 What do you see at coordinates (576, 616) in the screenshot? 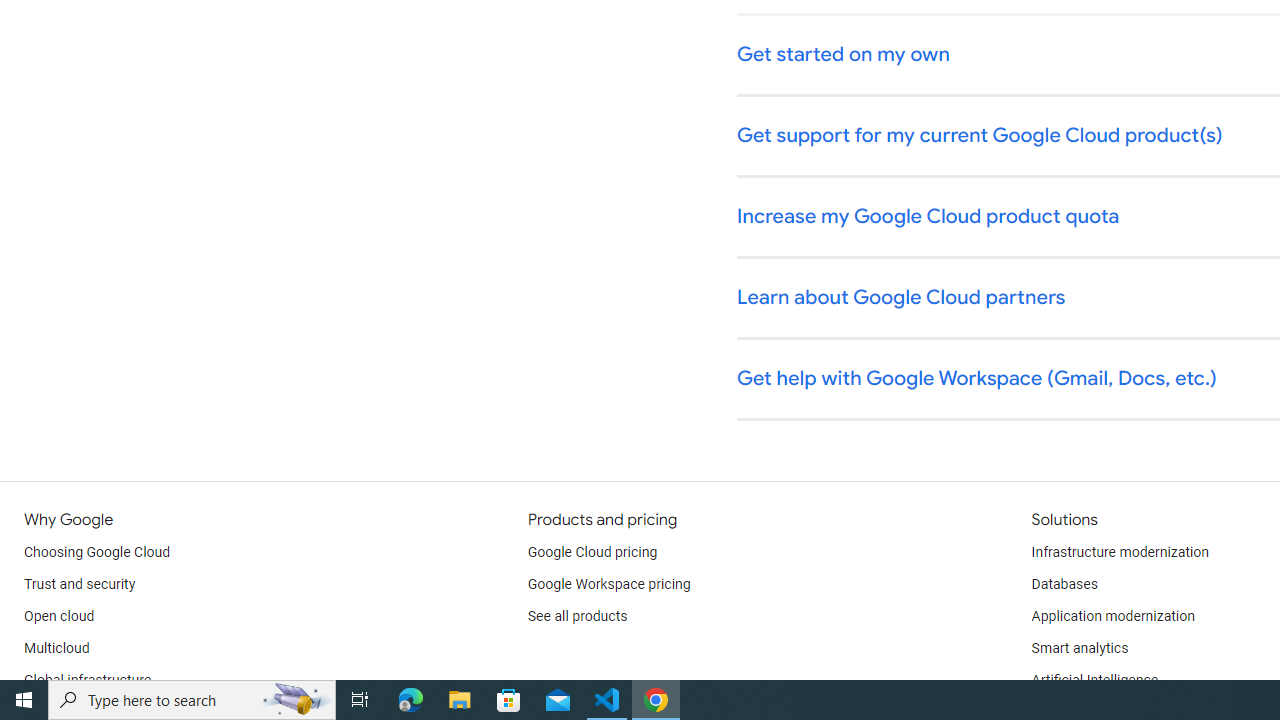
I see `'See all products'` at bounding box center [576, 616].